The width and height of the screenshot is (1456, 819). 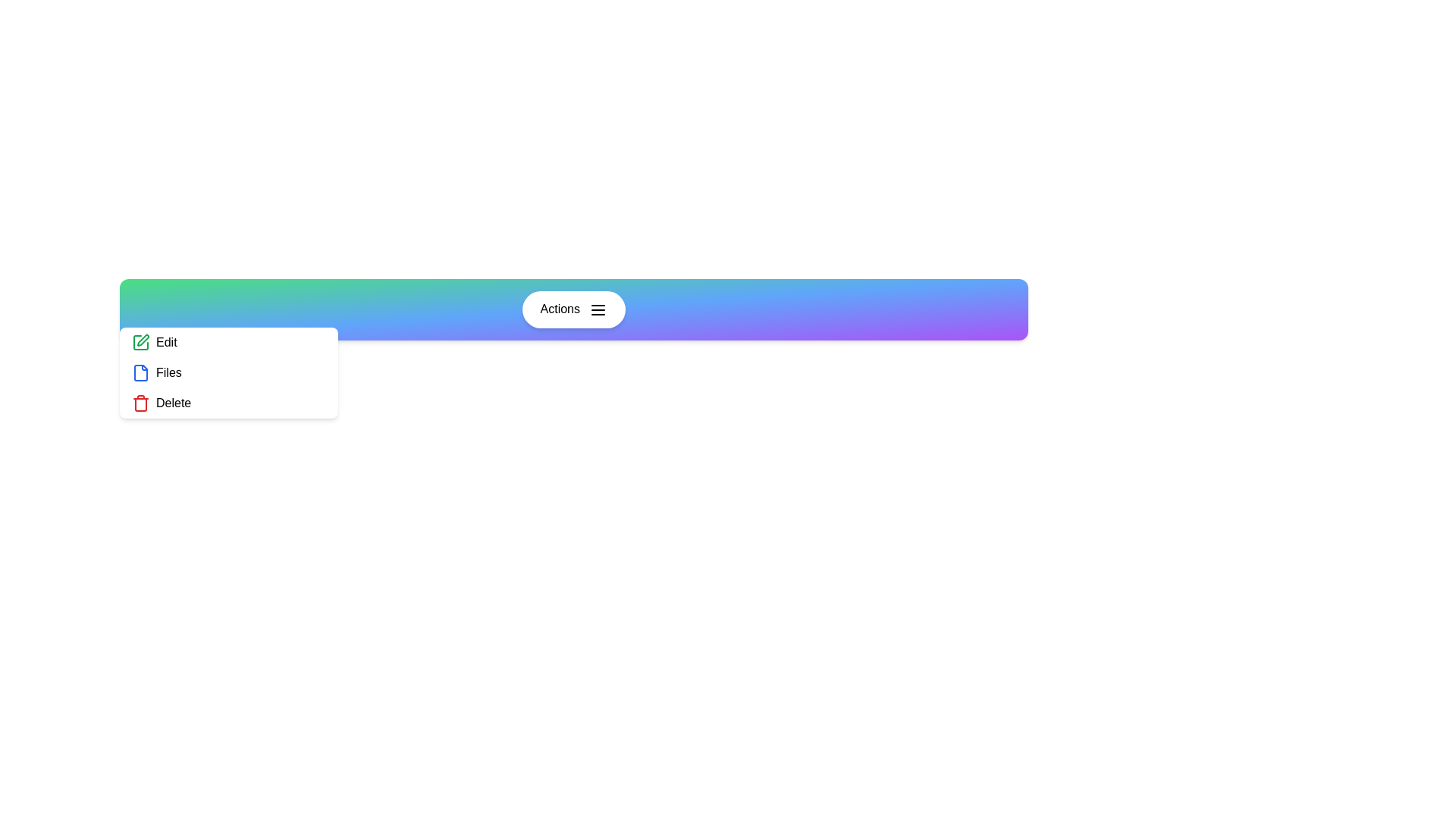 I want to click on the 'Actions' button to toggle the menu visibility, so click(x=573, y=309).